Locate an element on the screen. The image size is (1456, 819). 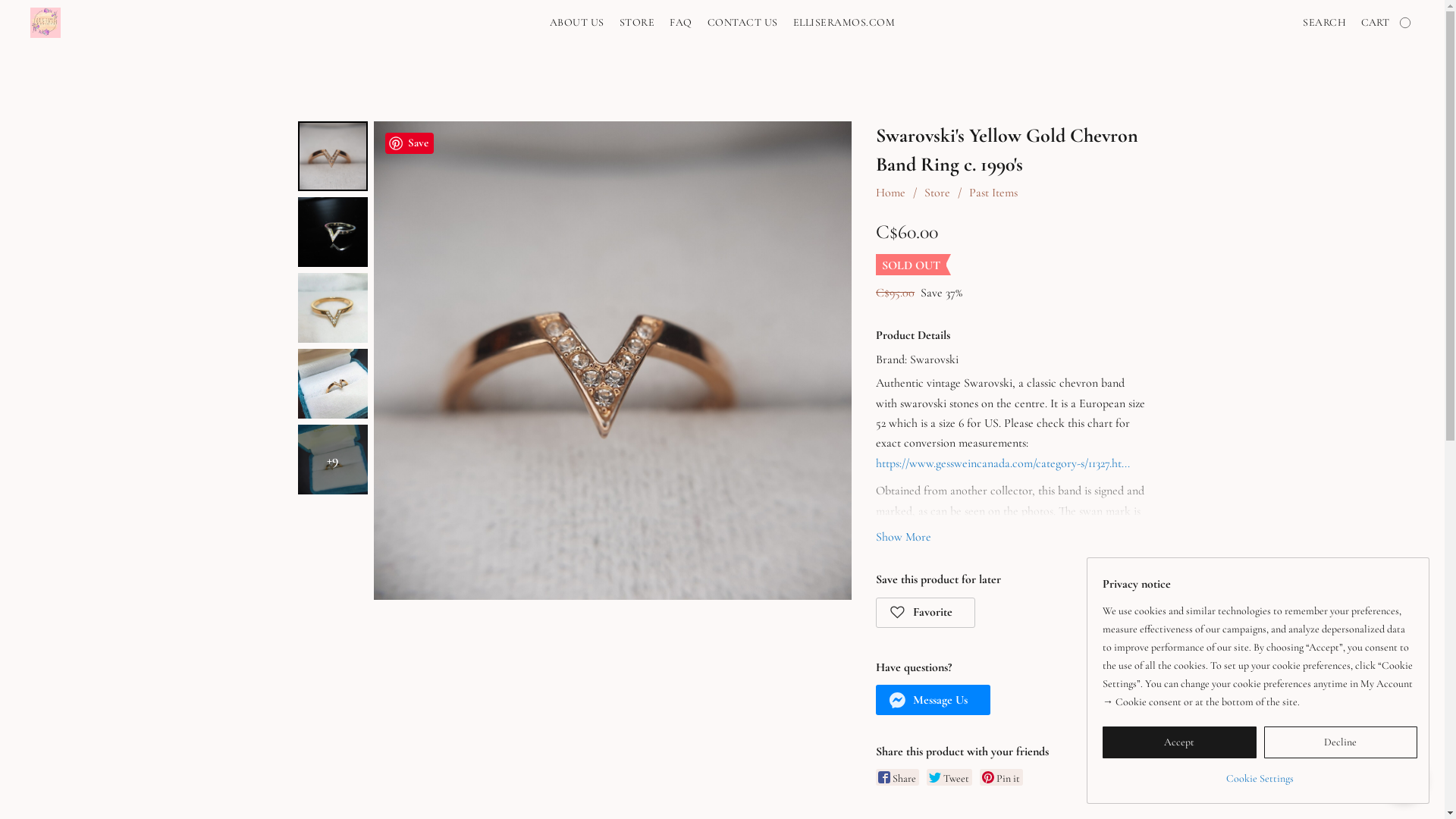
'Decline' is located at coordinates (1340, 742).